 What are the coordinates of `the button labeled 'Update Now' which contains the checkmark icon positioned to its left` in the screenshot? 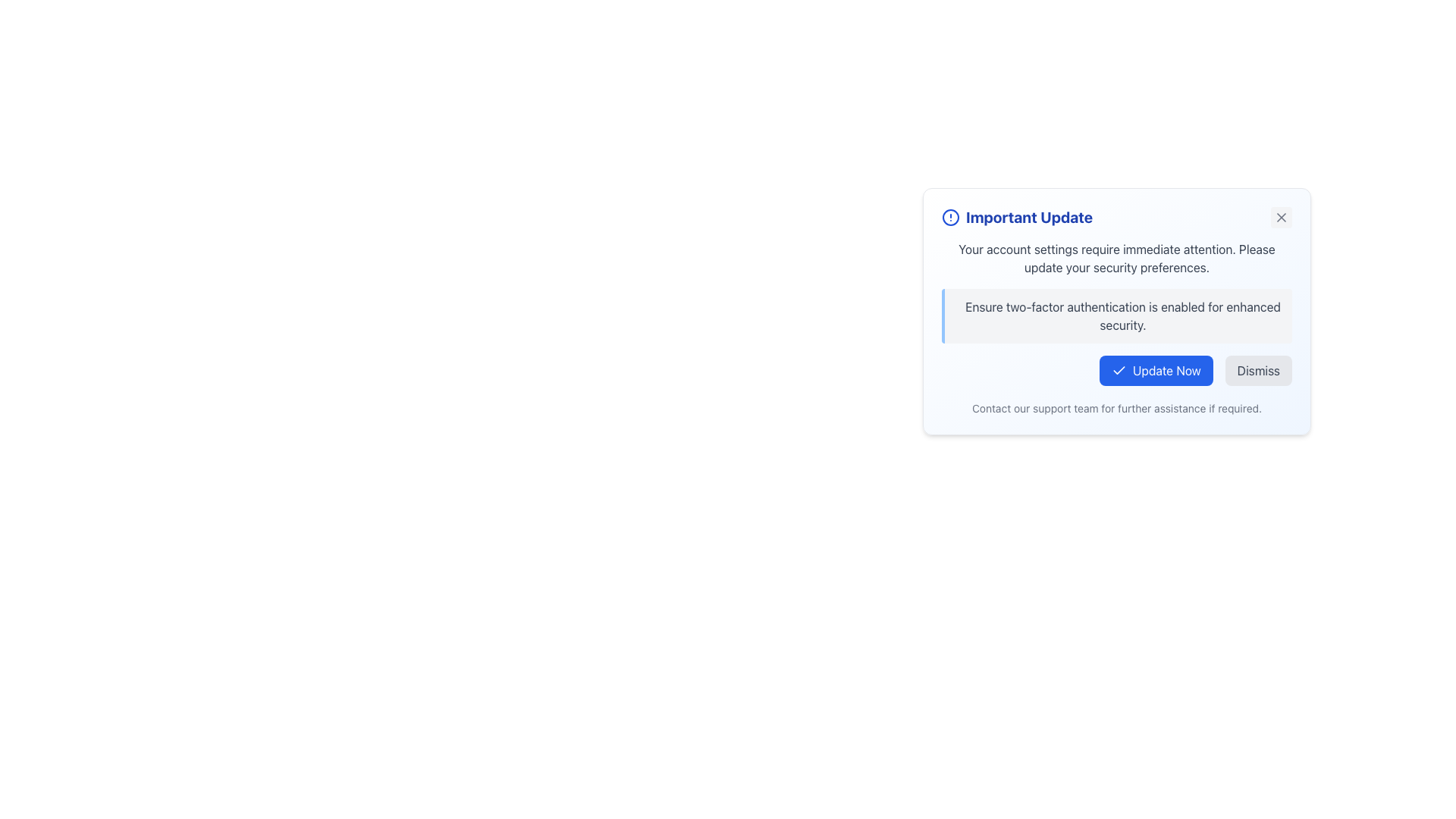 It's located at (1119, 371).